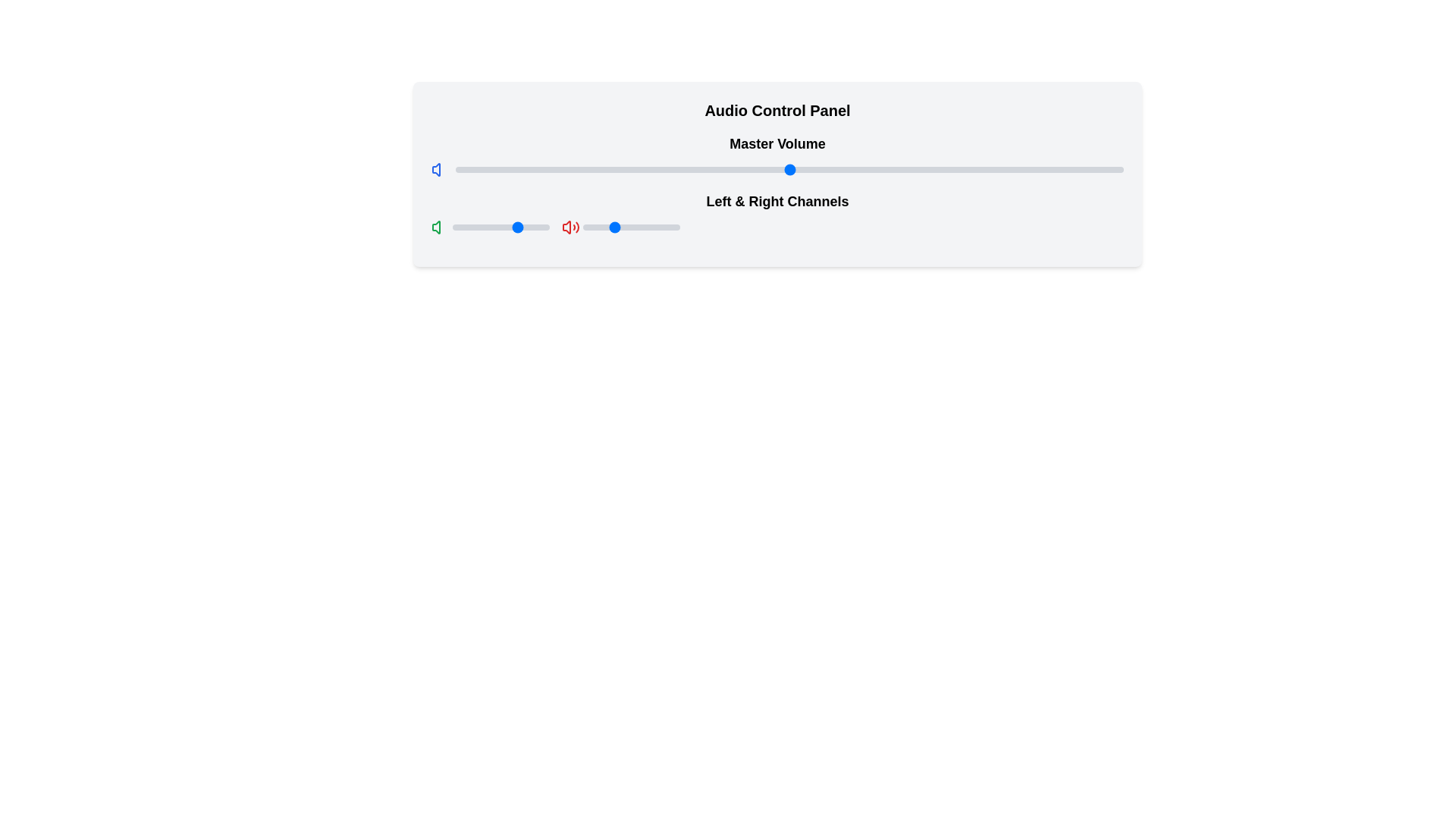 The height and width of the screenshot is (819, 1456). I want to click on the master volume level, so click(949, 169).